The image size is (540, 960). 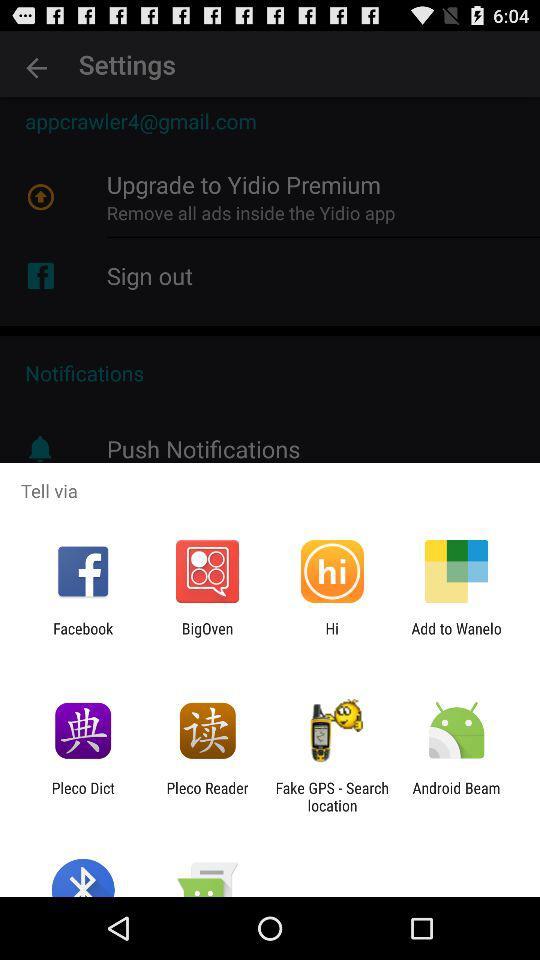 I want to click on add to wanelo item, so click(x=456, y=636).